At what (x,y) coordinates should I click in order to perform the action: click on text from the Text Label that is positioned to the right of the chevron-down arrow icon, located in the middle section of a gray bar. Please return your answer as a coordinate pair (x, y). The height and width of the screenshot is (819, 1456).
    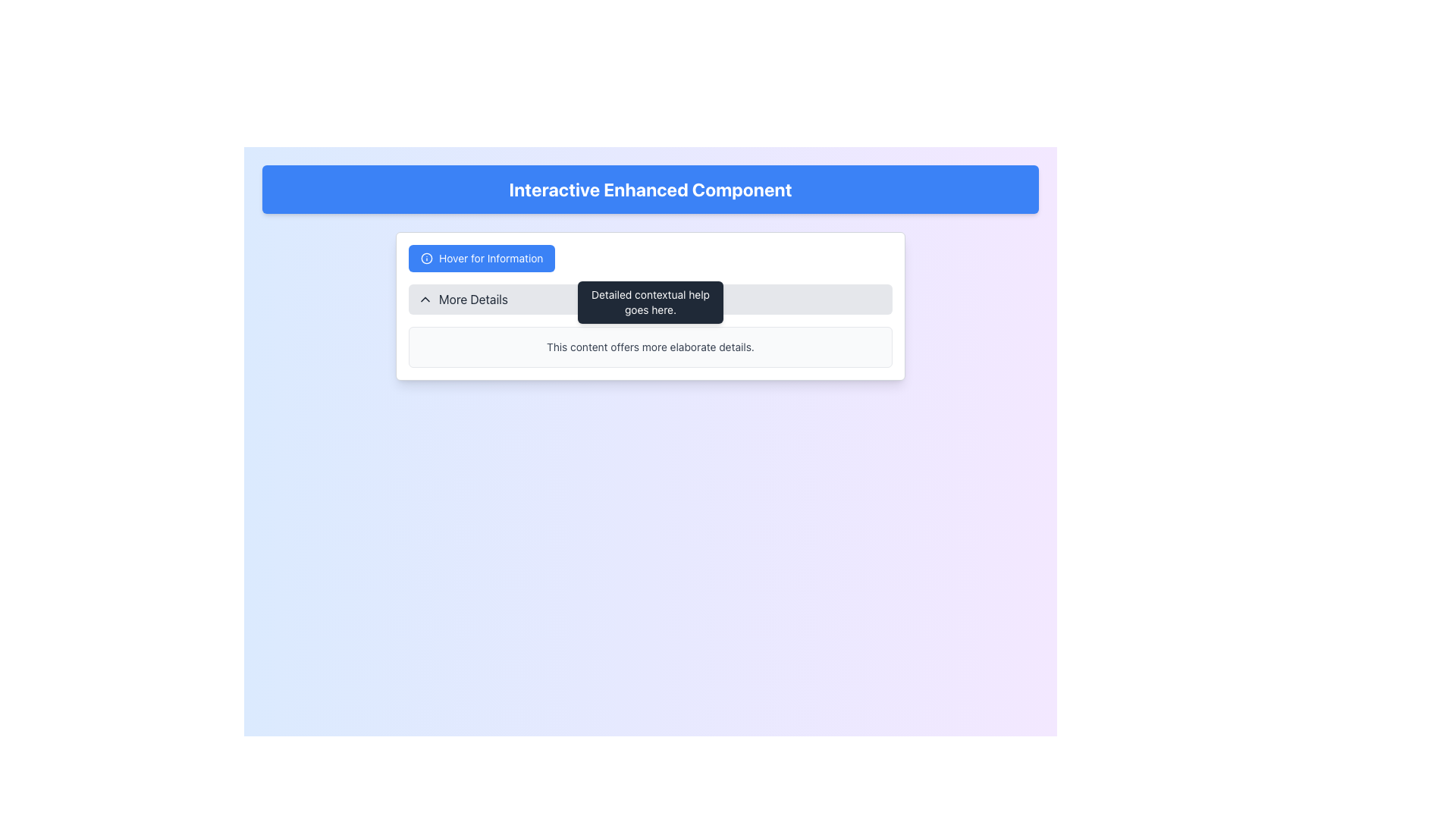
    Looking at the image, I should click on (472, 299).